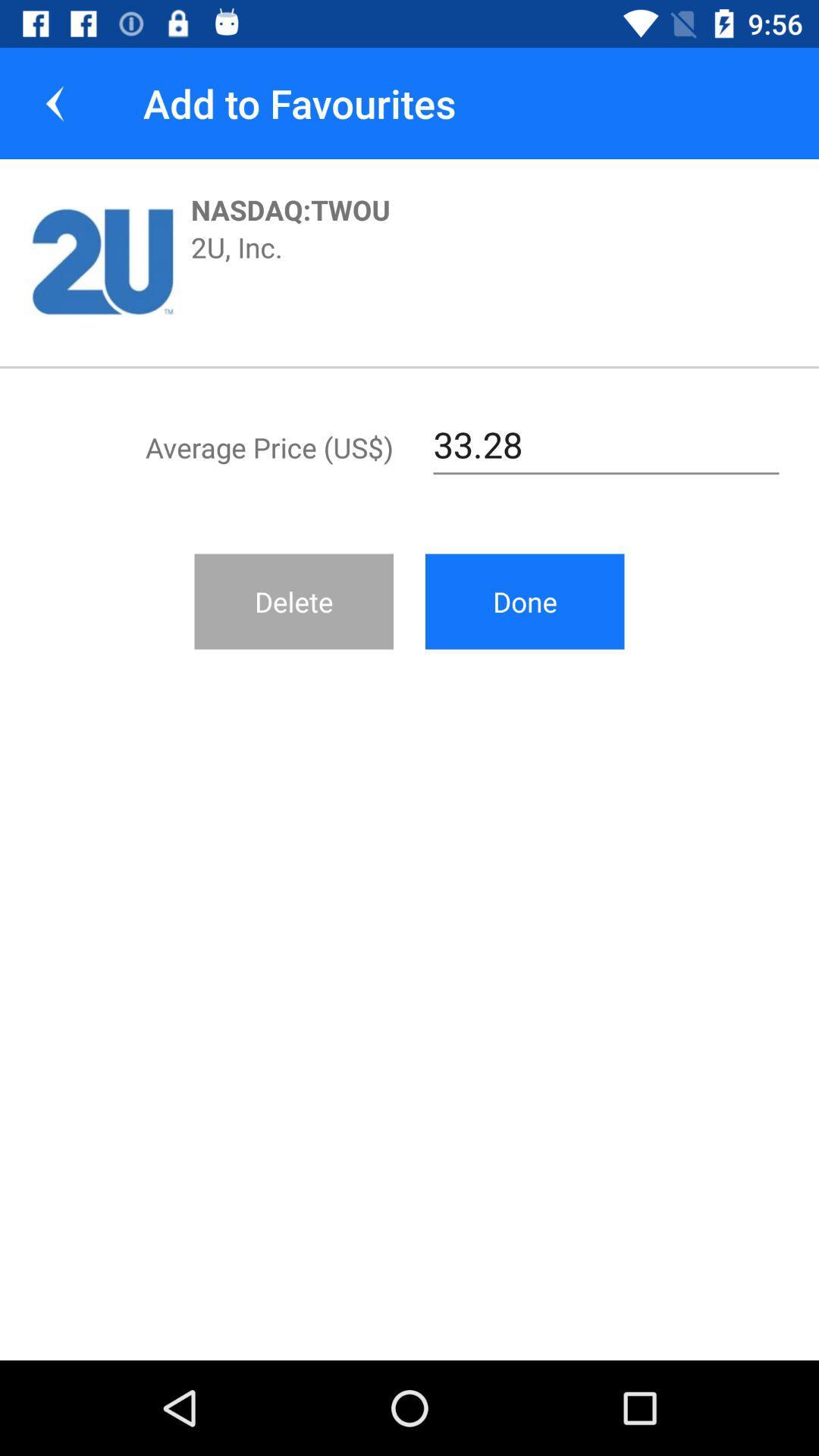  Describe the element at coordinates (293, 601) in the screenshot. I see `icon below the average price (us$)` at that location.